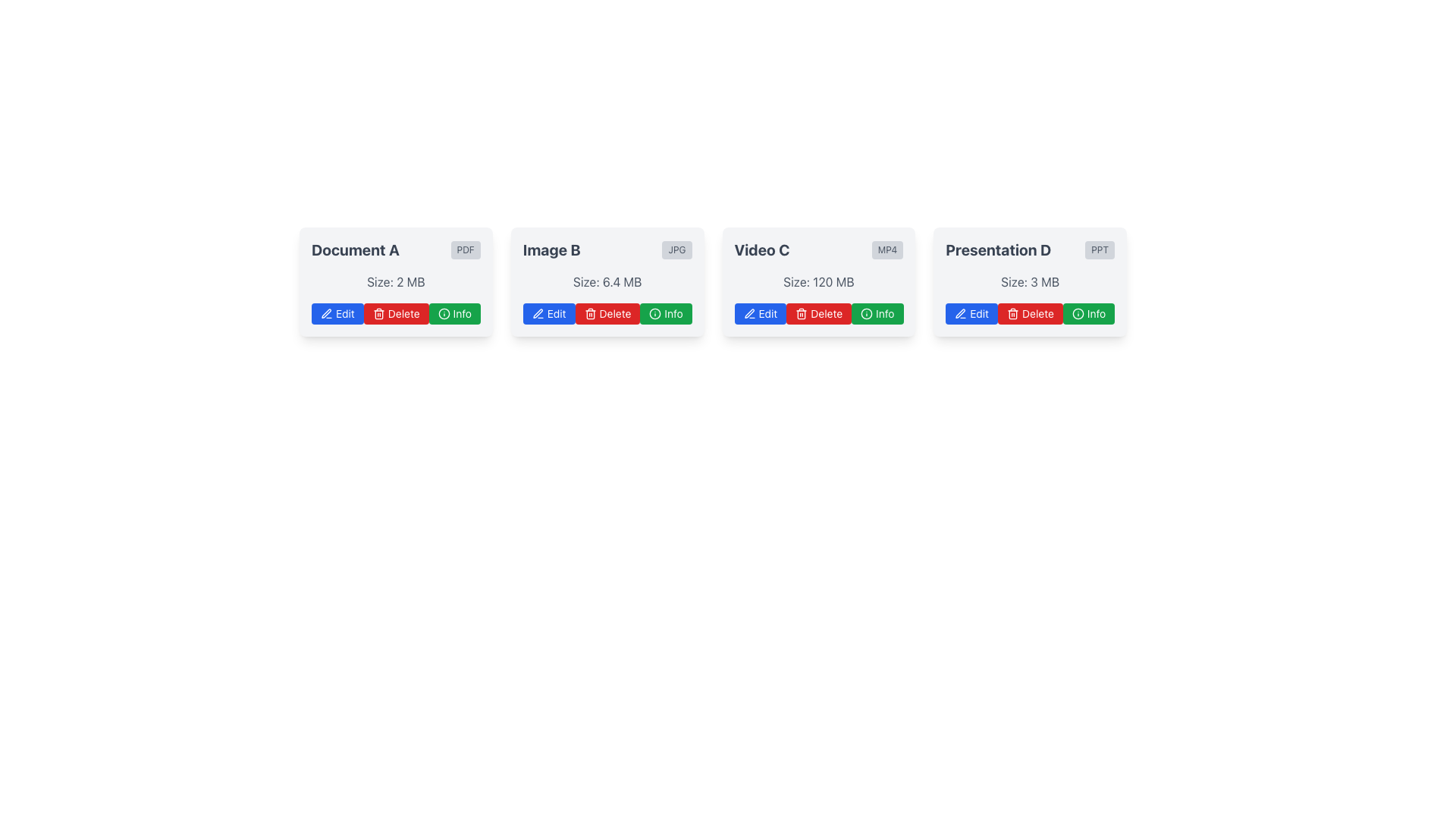 This screenshot has height=819, width=1456. Describe the element at coordinates (538, 312) in the screenshot. I see `the 'Edit' icon, which is a pen symbol located within a blue button under the card labeled 'Image B', to initiate an editing action` at that location.